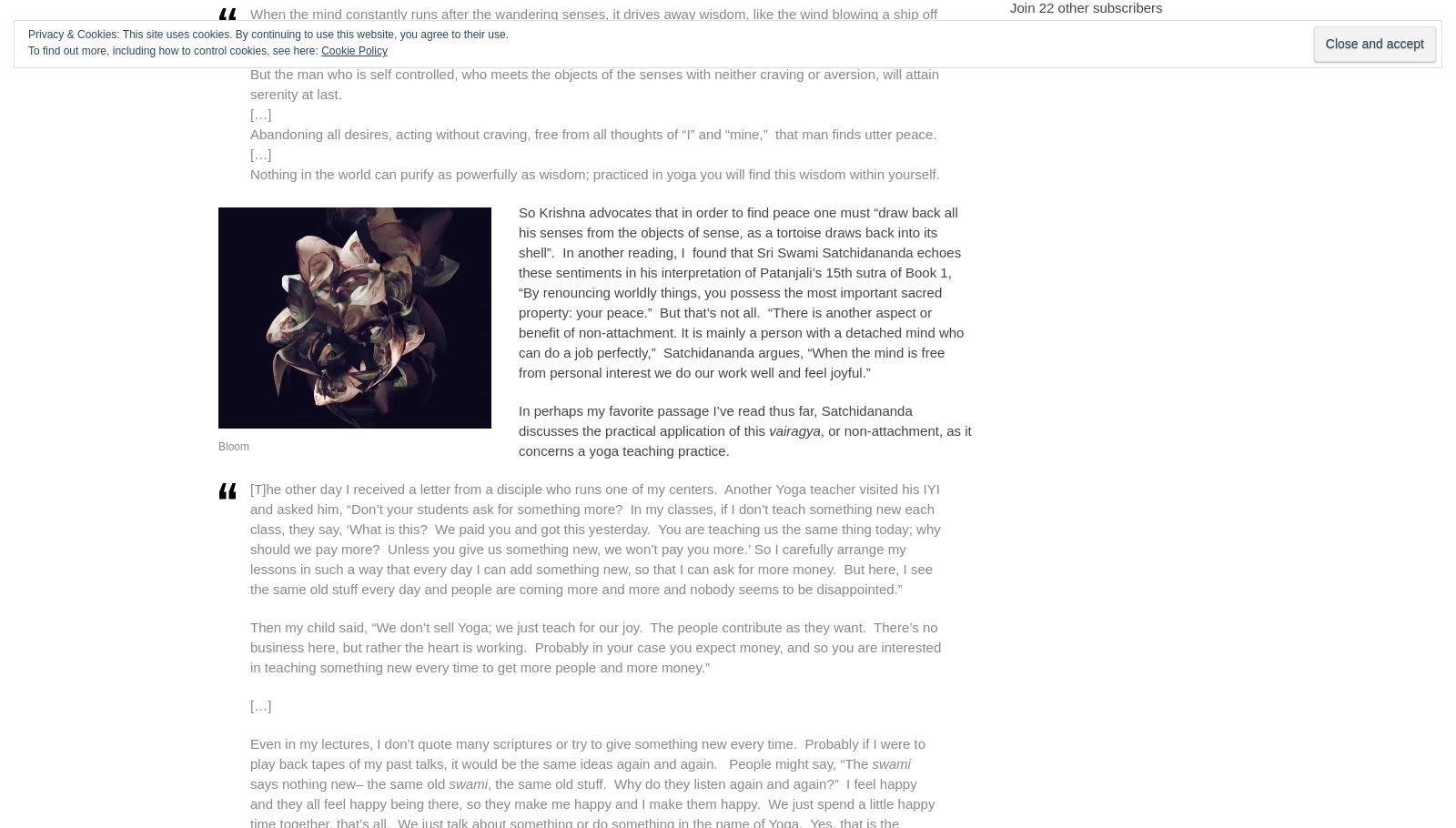  Describe the element at coordinates (743, 439) in the screenshot. I see `', or non-attachment, as it concerns a yoga teaching practice.'` at that location.